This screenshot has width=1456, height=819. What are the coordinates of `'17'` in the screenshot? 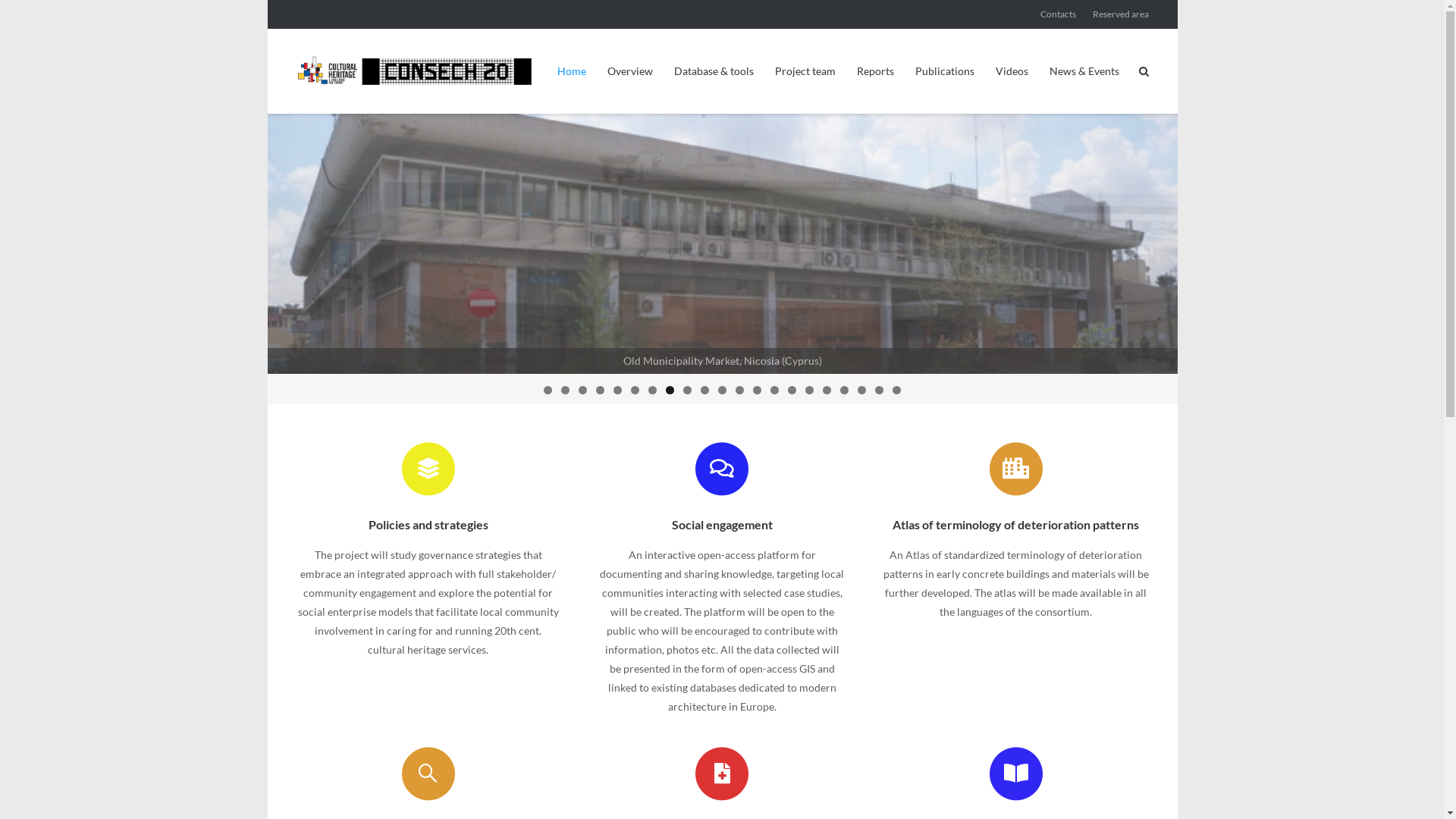 It's located at (826, 389).